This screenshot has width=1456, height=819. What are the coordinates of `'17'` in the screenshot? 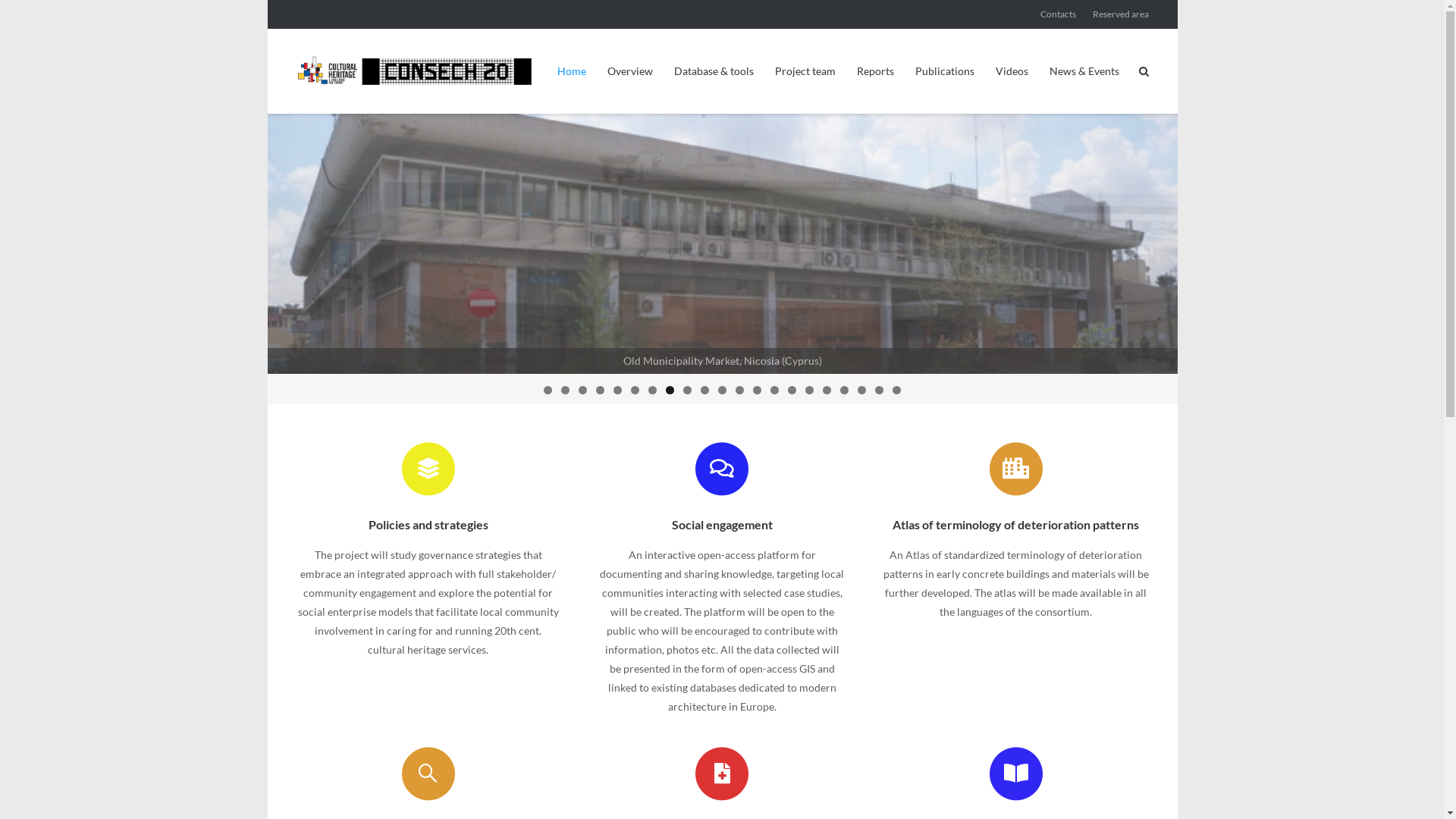 It's located at (826, 389).